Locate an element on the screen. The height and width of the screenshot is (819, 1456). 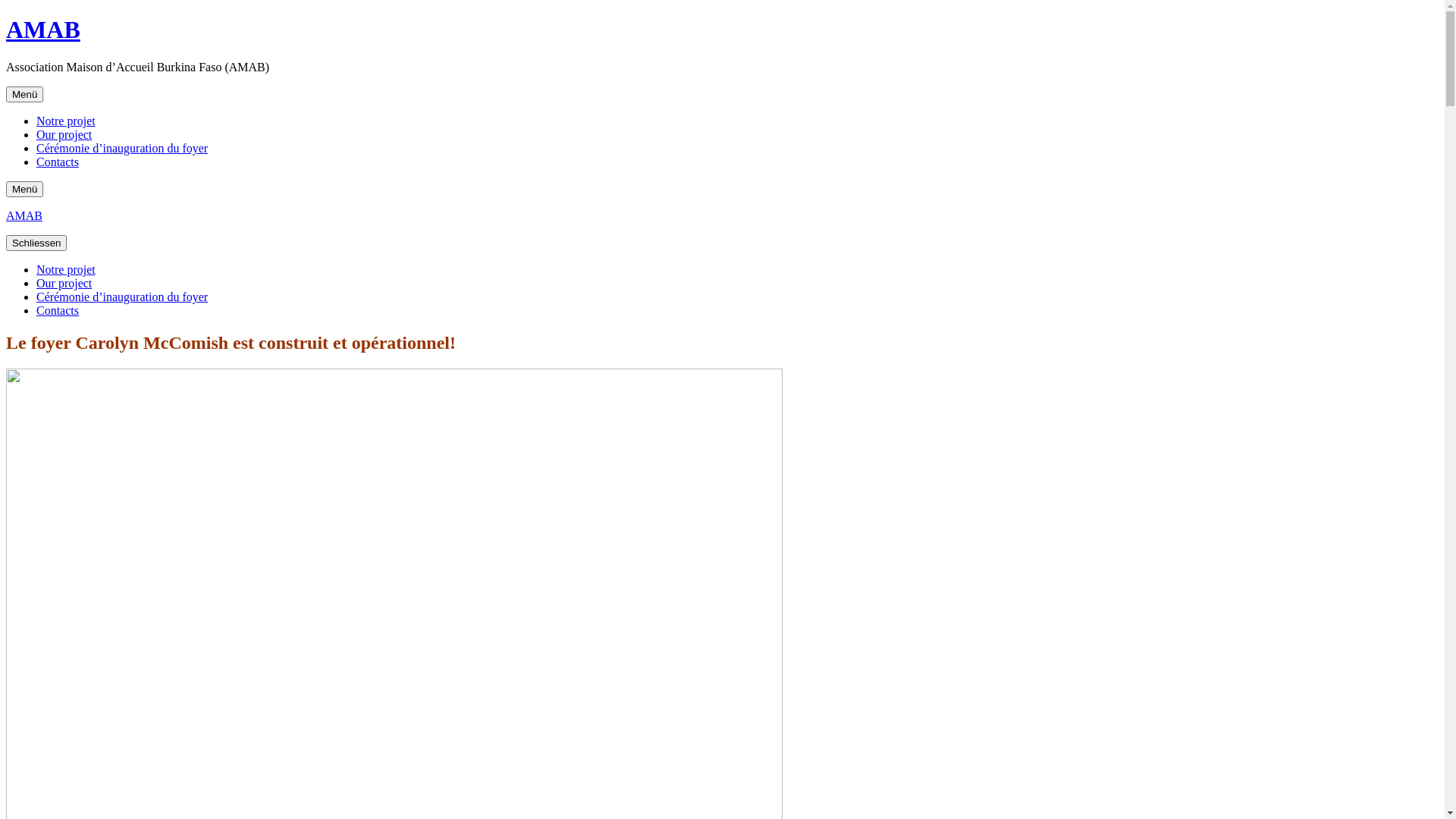
'Notre projet' is located at coordinates (64, 268).